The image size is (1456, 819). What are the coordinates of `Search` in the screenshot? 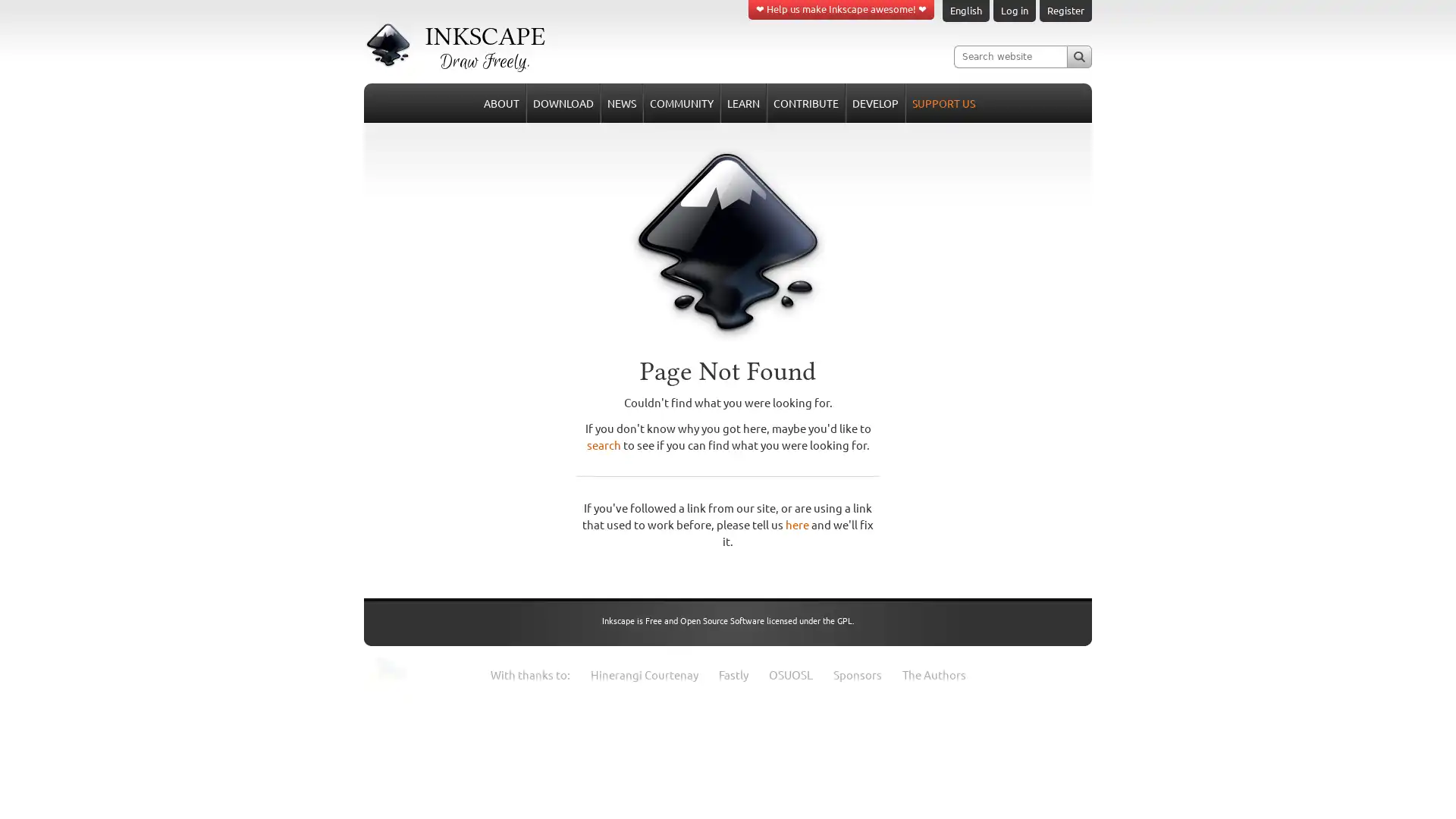 It's located at (1078, 55).